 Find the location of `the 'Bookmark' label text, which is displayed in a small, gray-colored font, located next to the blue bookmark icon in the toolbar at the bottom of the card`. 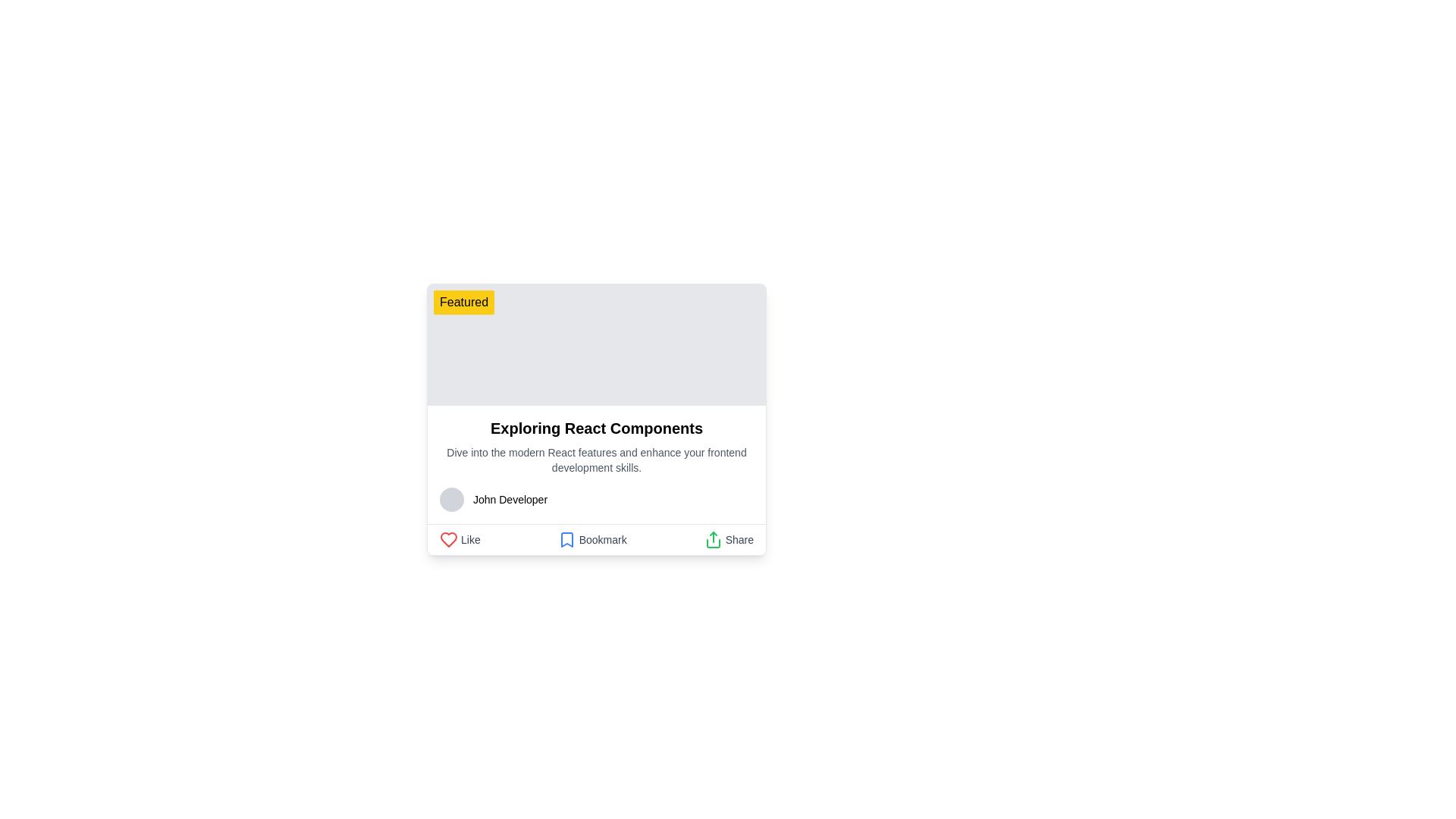

the 'Bookmark' label text, which is displayed in a small, gray-colored font, located next to the blue bookmark icon in the toolbar at the bottom of the card is located at coordinates (602, 539).